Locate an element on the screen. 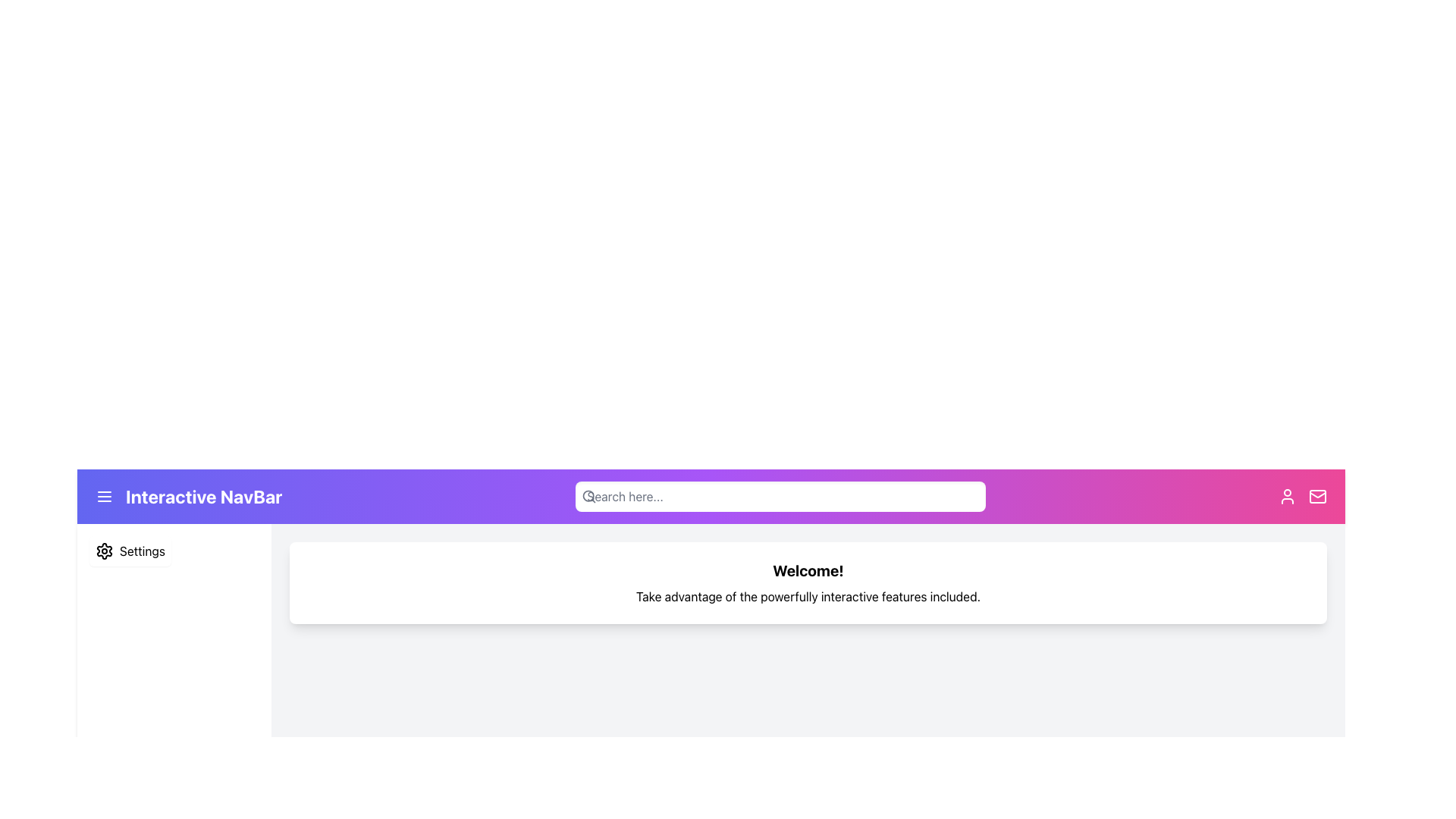 Image resolution: width=1456 pixels, height=819 pixels. the magnifying glass icon, which is a sleek gray circular shape with a diagonal handle is located at coordinates (588, 497).